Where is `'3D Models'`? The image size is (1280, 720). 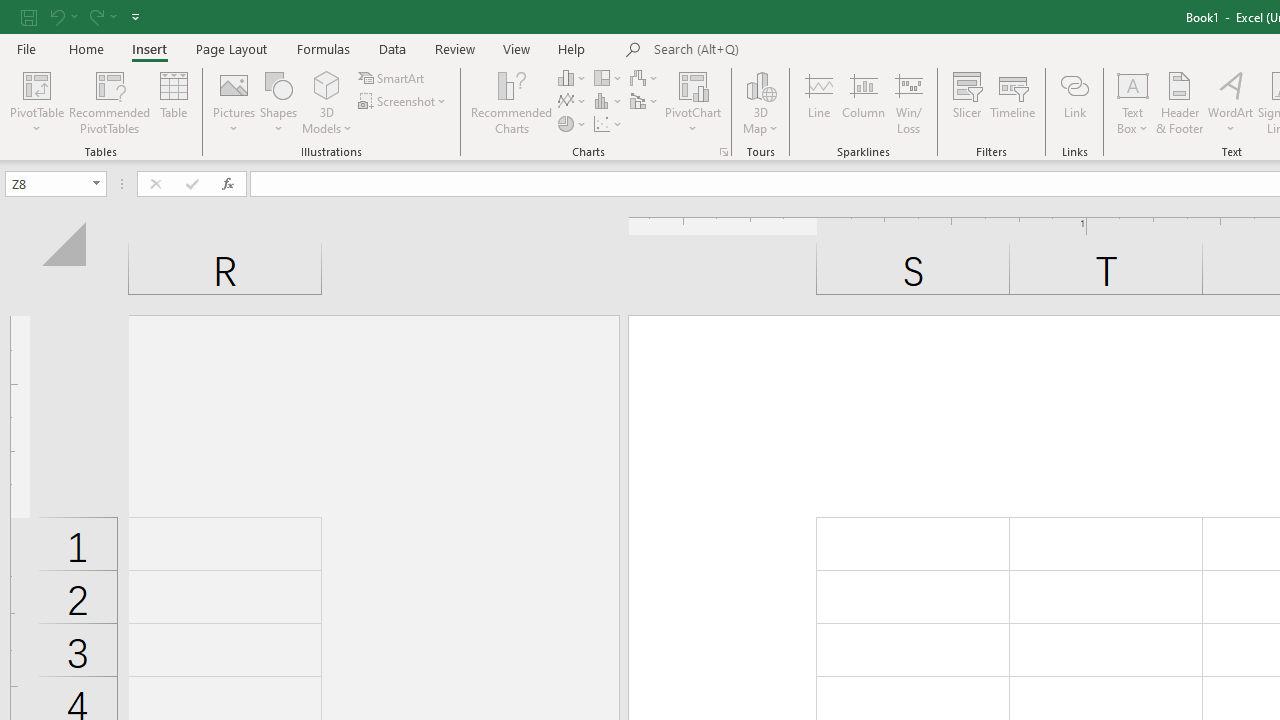 '3D Models' is located at coordinates (327, 103).